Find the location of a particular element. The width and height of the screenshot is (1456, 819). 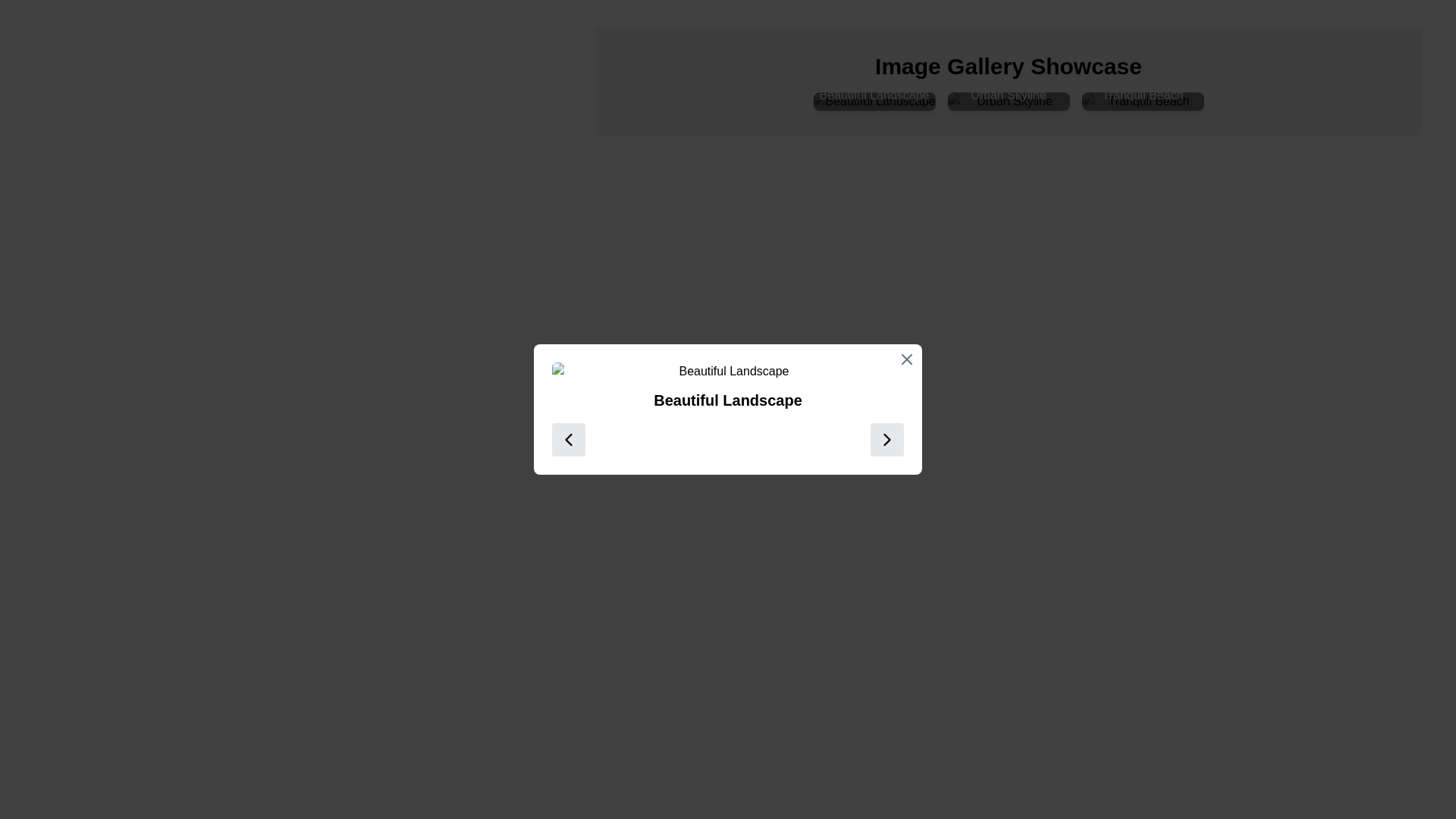

the first interactive image card in the gallery is located at coordinates (874, 102).